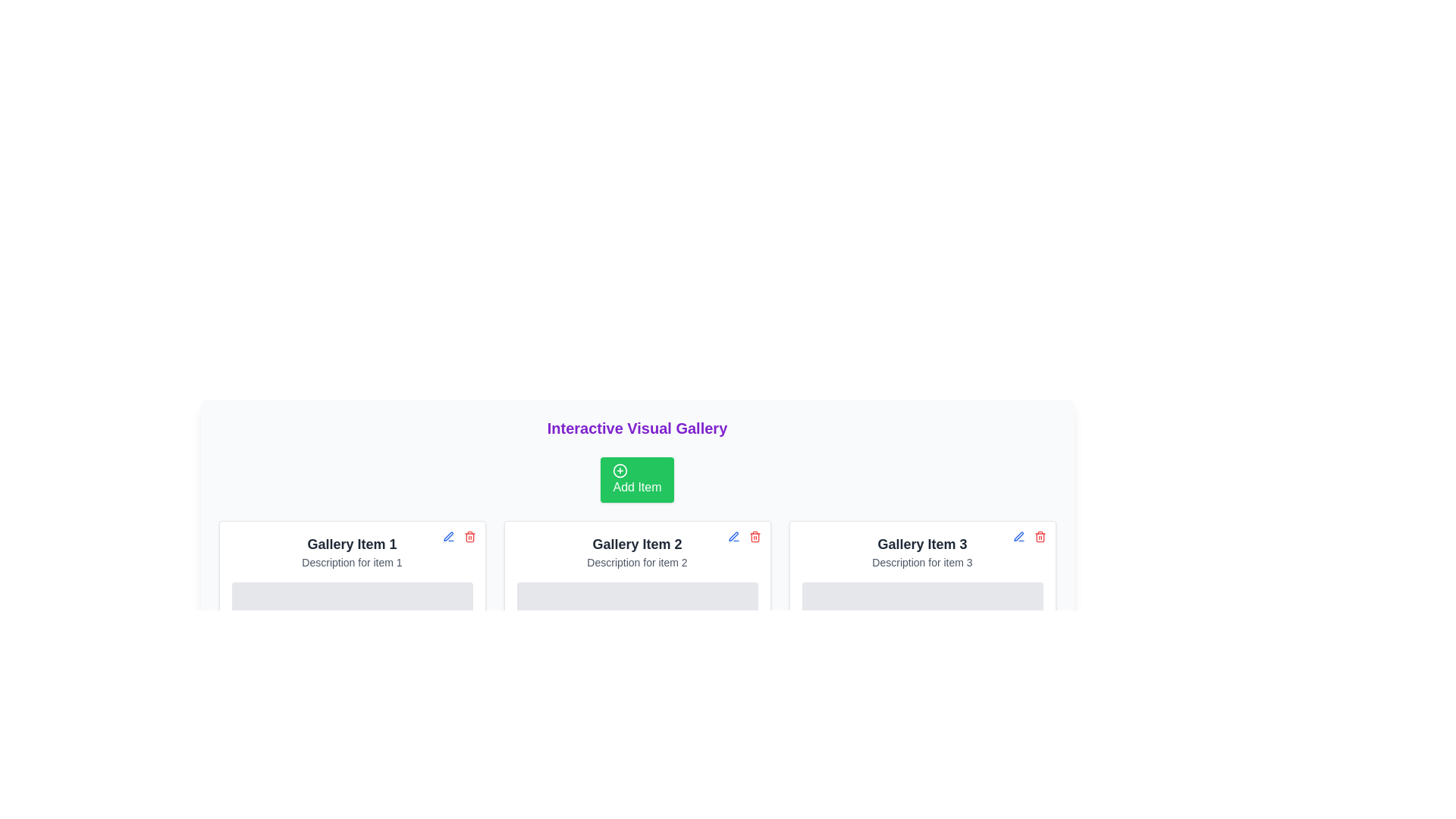 The height and width of the screenshot is (819, 1456). I want to click on the 'Add Item' button icon, which is a visual representation for adding new items, located at the top-center of the grid interface, so click(620, 470).